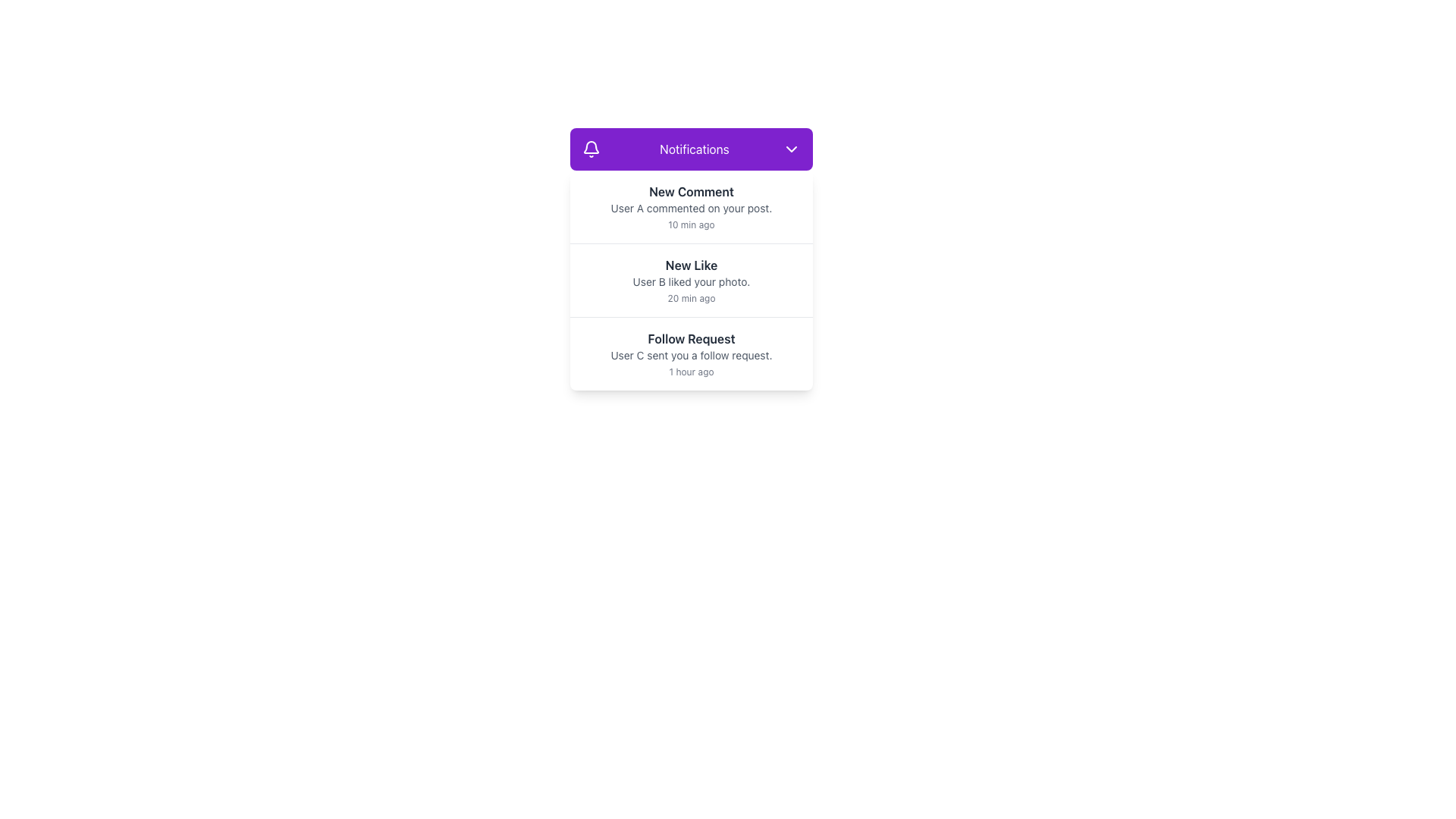 The width and height of the screenshot is (1456, 819). Describe the element at coordinates (691, 225) in the screenshot. I see `text label displaying '10 min ago', which is a relative timestamp under the 'New Comment' notification` at that location.